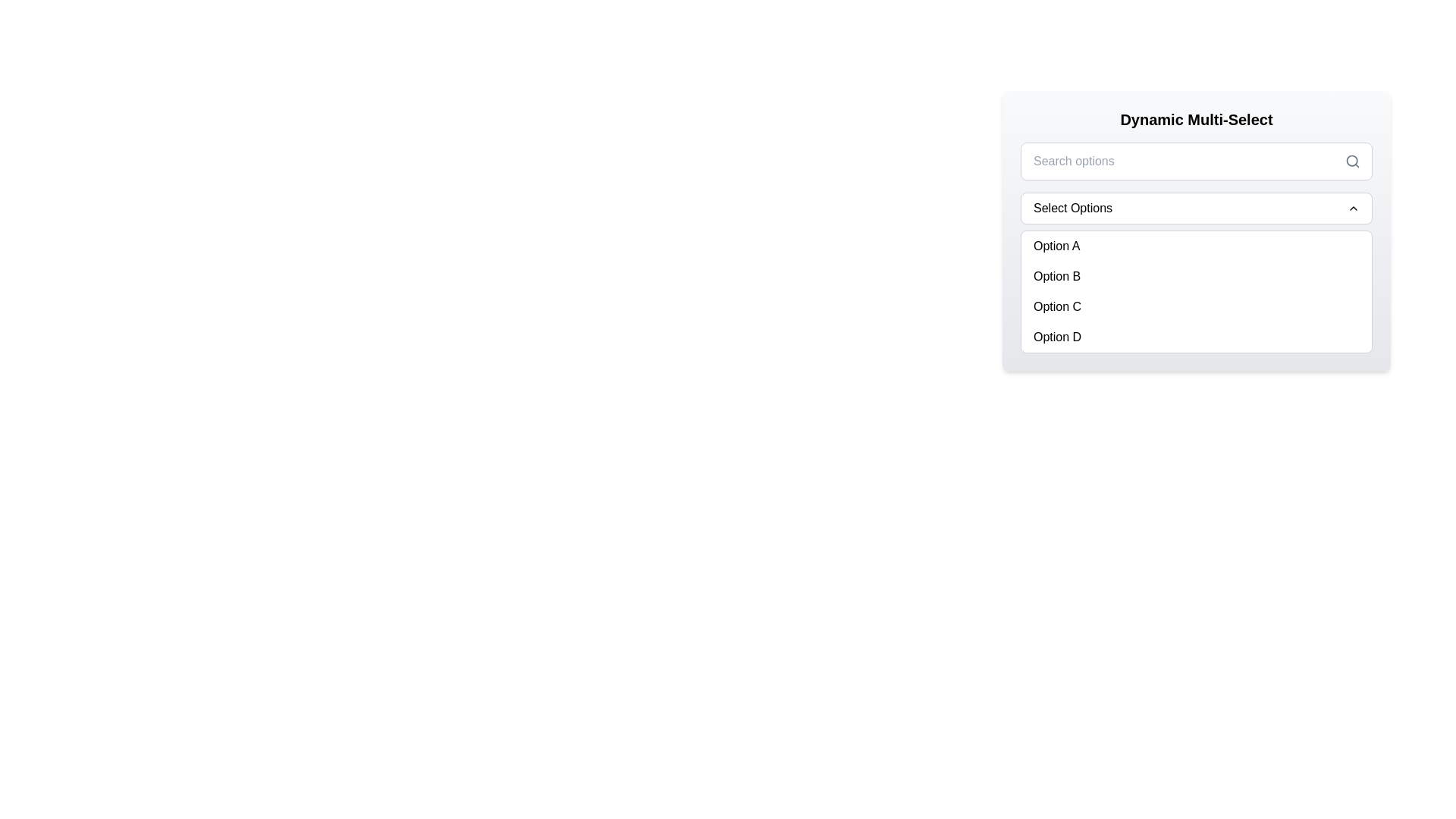  Describe the element at coordinates (1353, 161) in the screenshot. I see `the magnifying glass icon located at the right edge of the search bar` at that location.